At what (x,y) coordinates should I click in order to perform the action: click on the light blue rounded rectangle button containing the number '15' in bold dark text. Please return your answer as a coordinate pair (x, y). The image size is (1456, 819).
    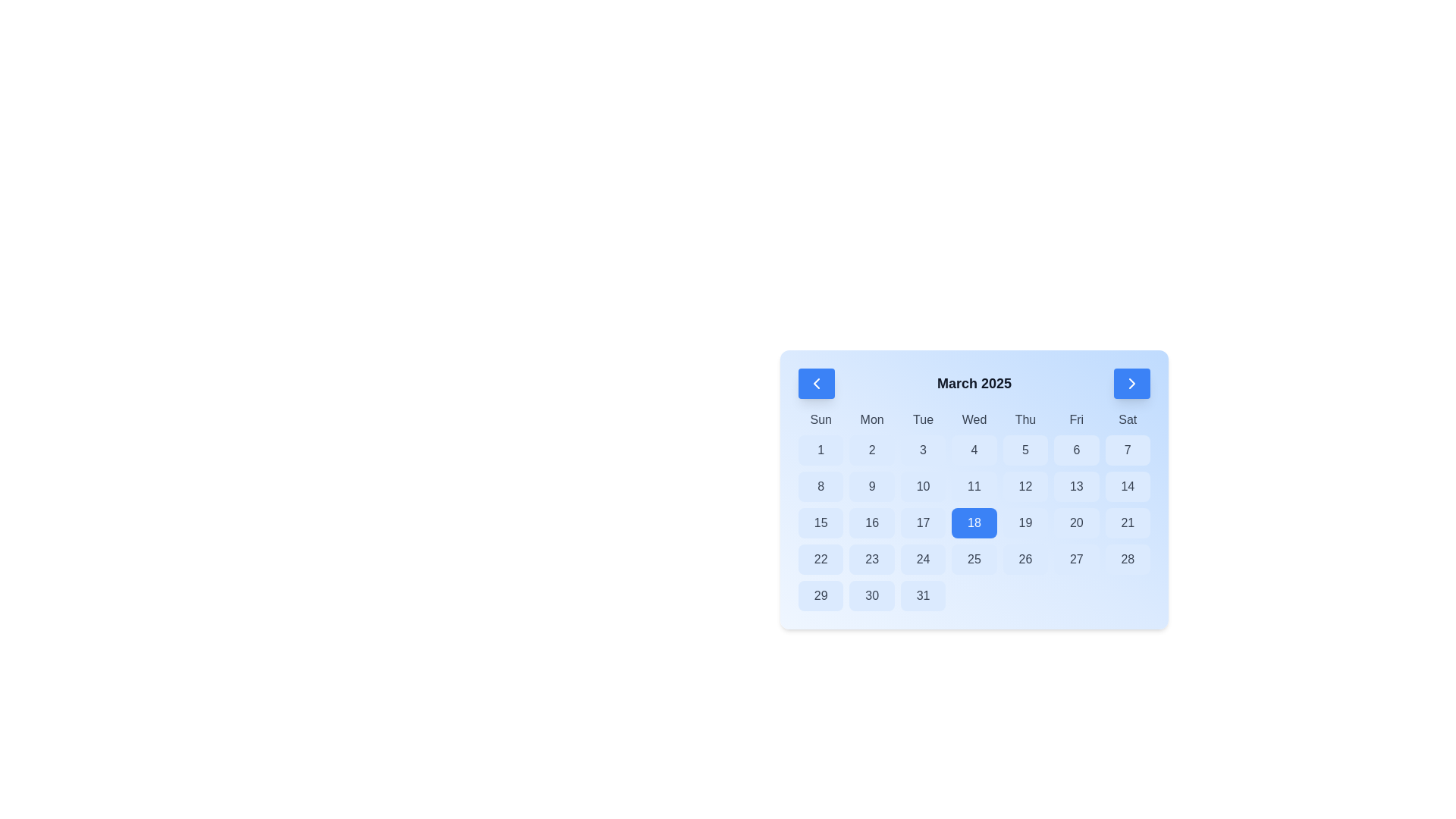
    Looking at the image, I should click on (820, 522).